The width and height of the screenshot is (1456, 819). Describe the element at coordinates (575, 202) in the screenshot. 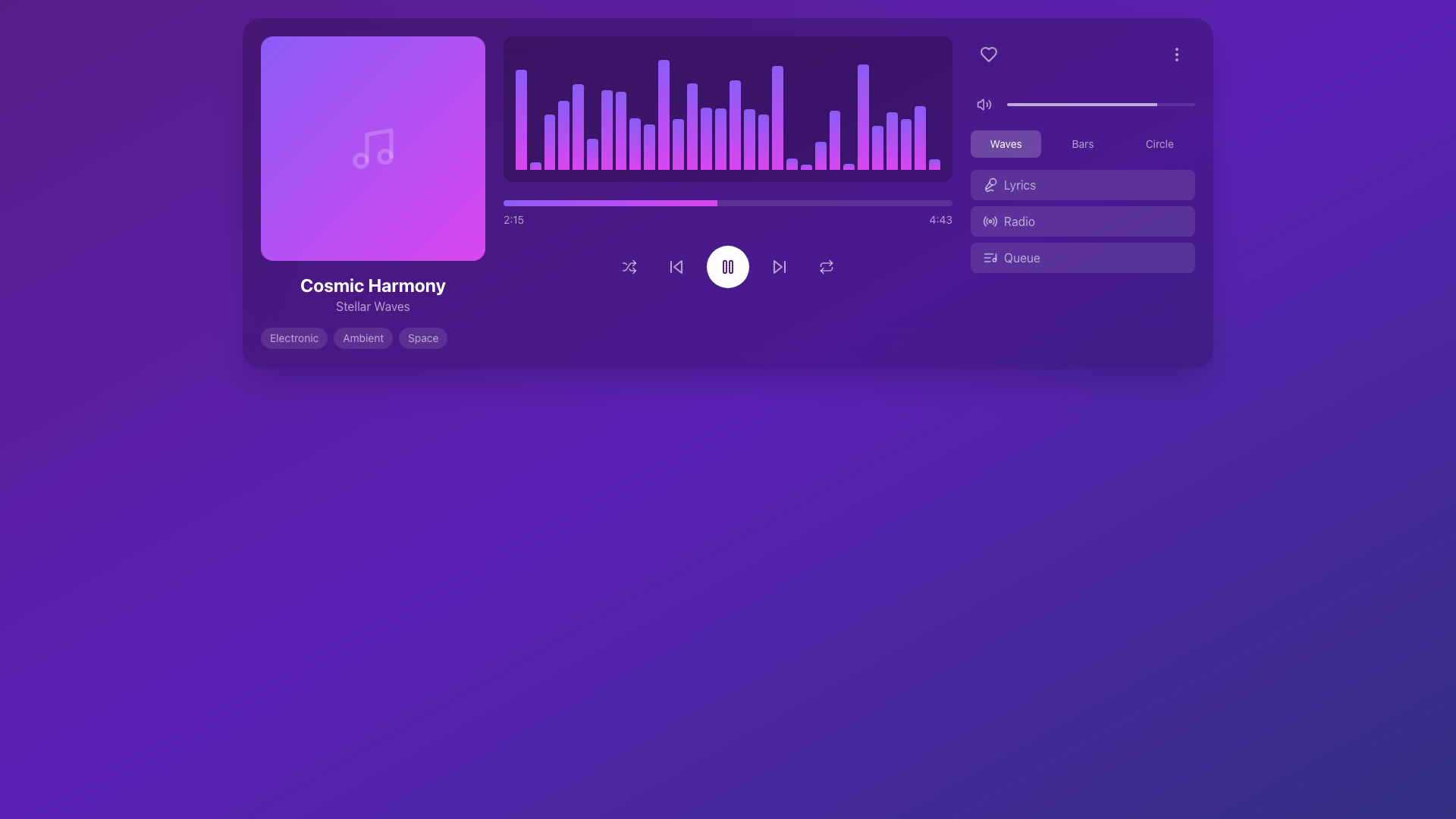

I see `the progress bar value` at that location.